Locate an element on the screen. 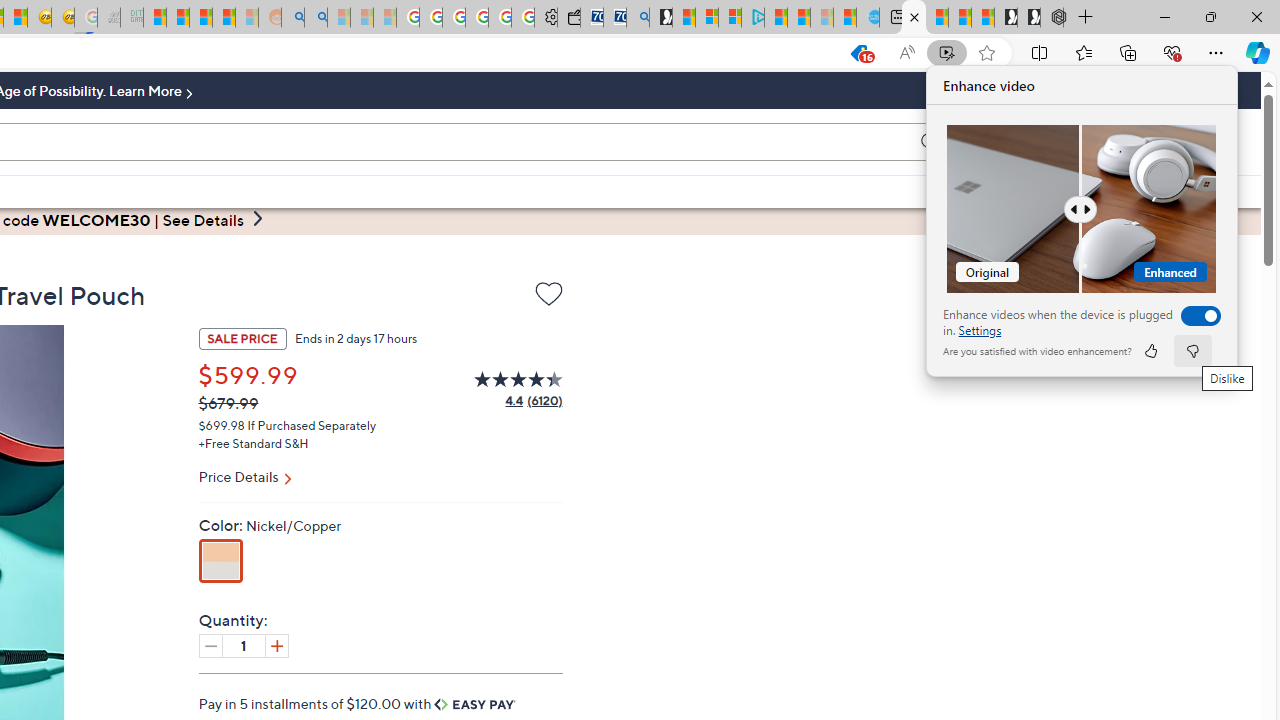 Image resolution: width=1280 pixels, height=720 pixels. 'SALE PRICE' is located at coordinates (241, 337).